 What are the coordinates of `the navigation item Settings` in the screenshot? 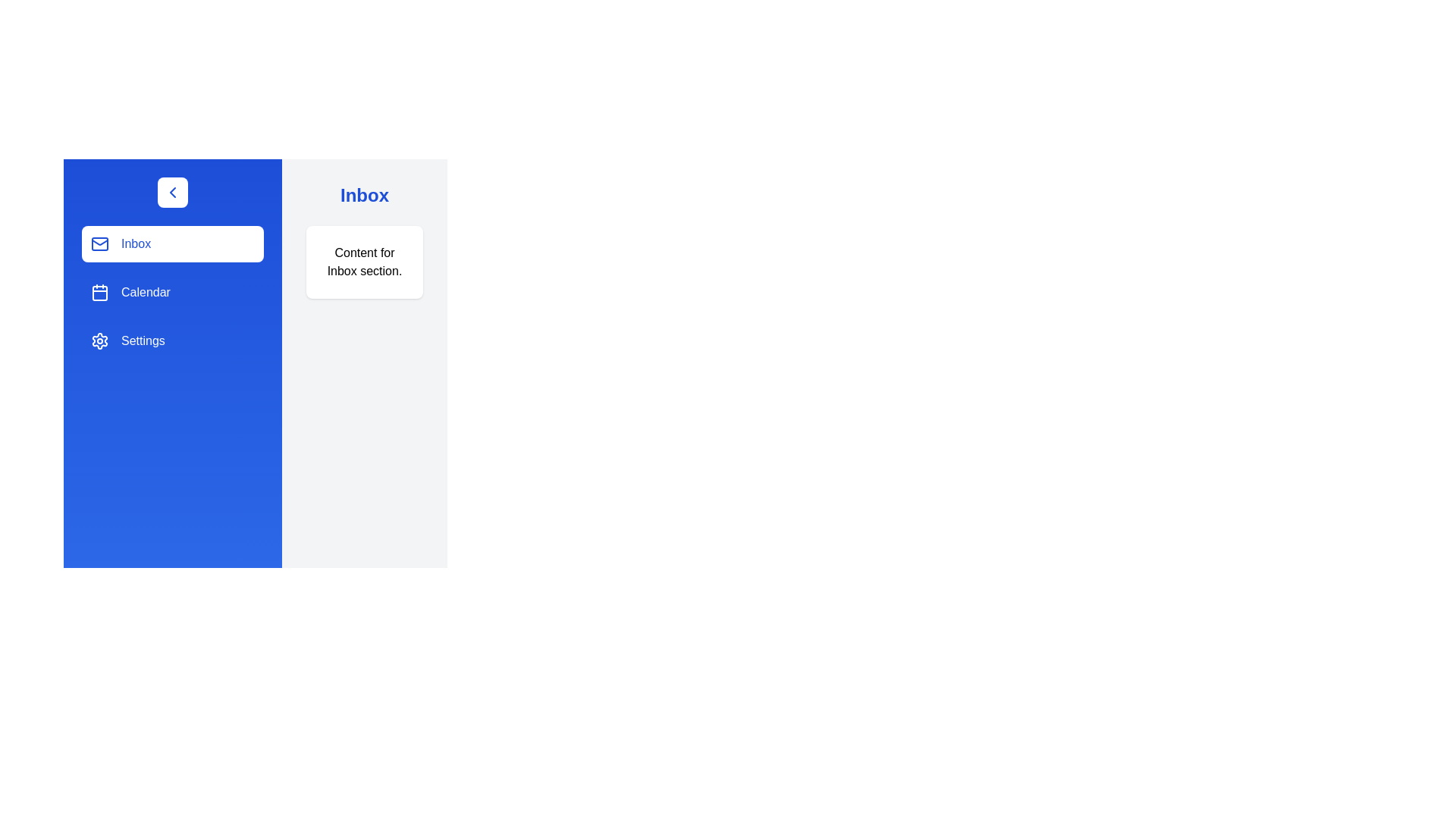 It's located at (172, 341).